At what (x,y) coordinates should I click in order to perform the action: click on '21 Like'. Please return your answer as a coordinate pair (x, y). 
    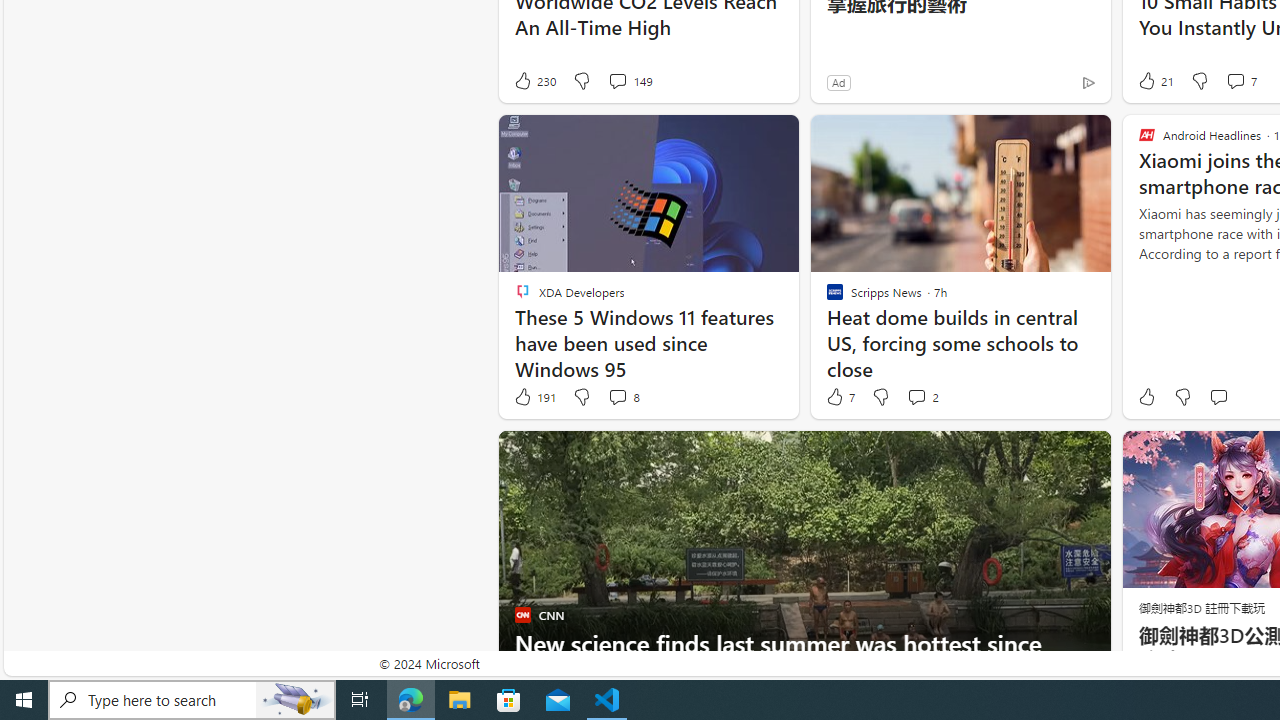
    Looking at the image, I should click on (1154, 80).